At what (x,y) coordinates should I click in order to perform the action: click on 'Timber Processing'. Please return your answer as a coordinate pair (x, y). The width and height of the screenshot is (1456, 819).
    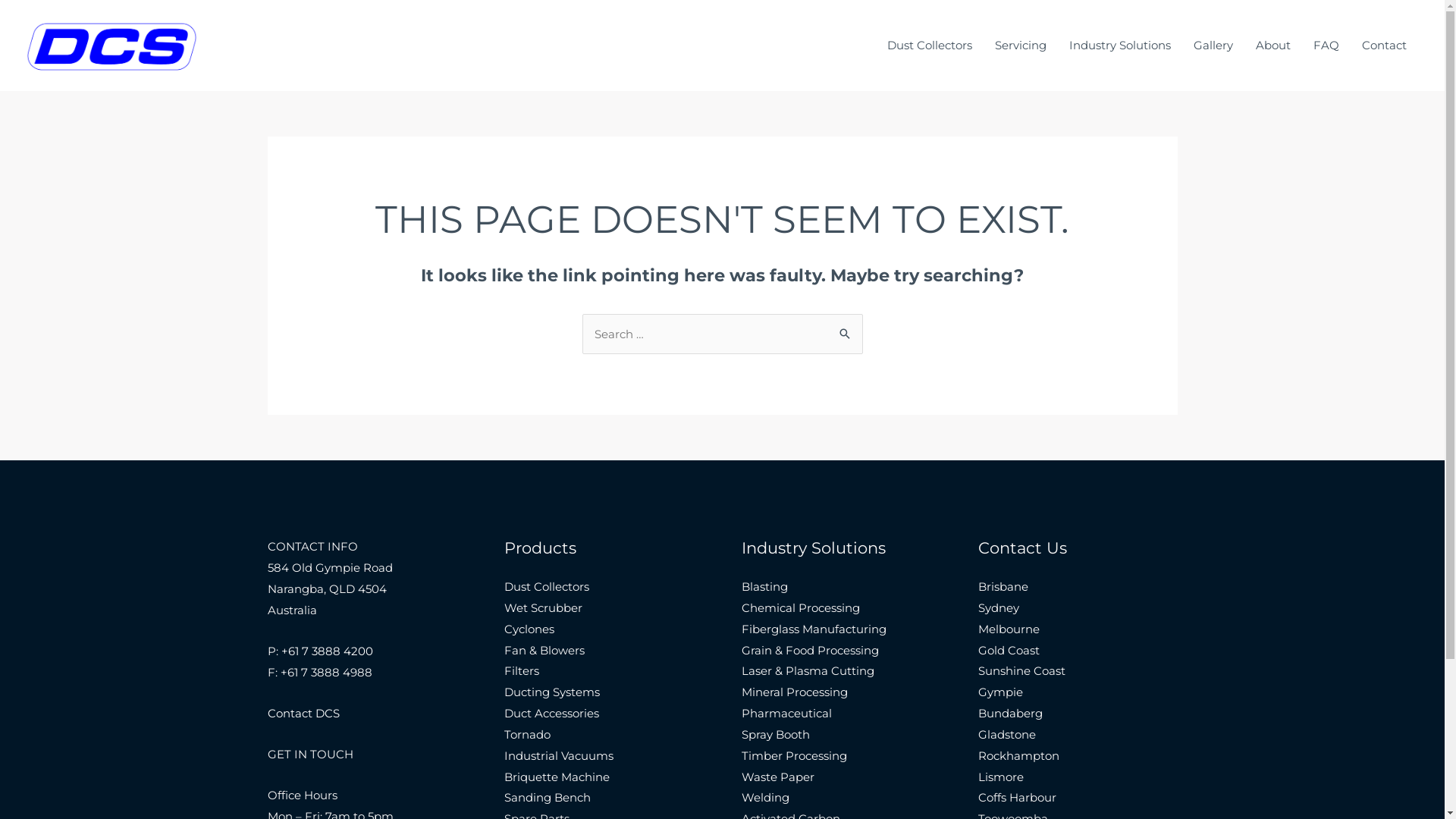
    Looking at the image, I should click on (793, 755).